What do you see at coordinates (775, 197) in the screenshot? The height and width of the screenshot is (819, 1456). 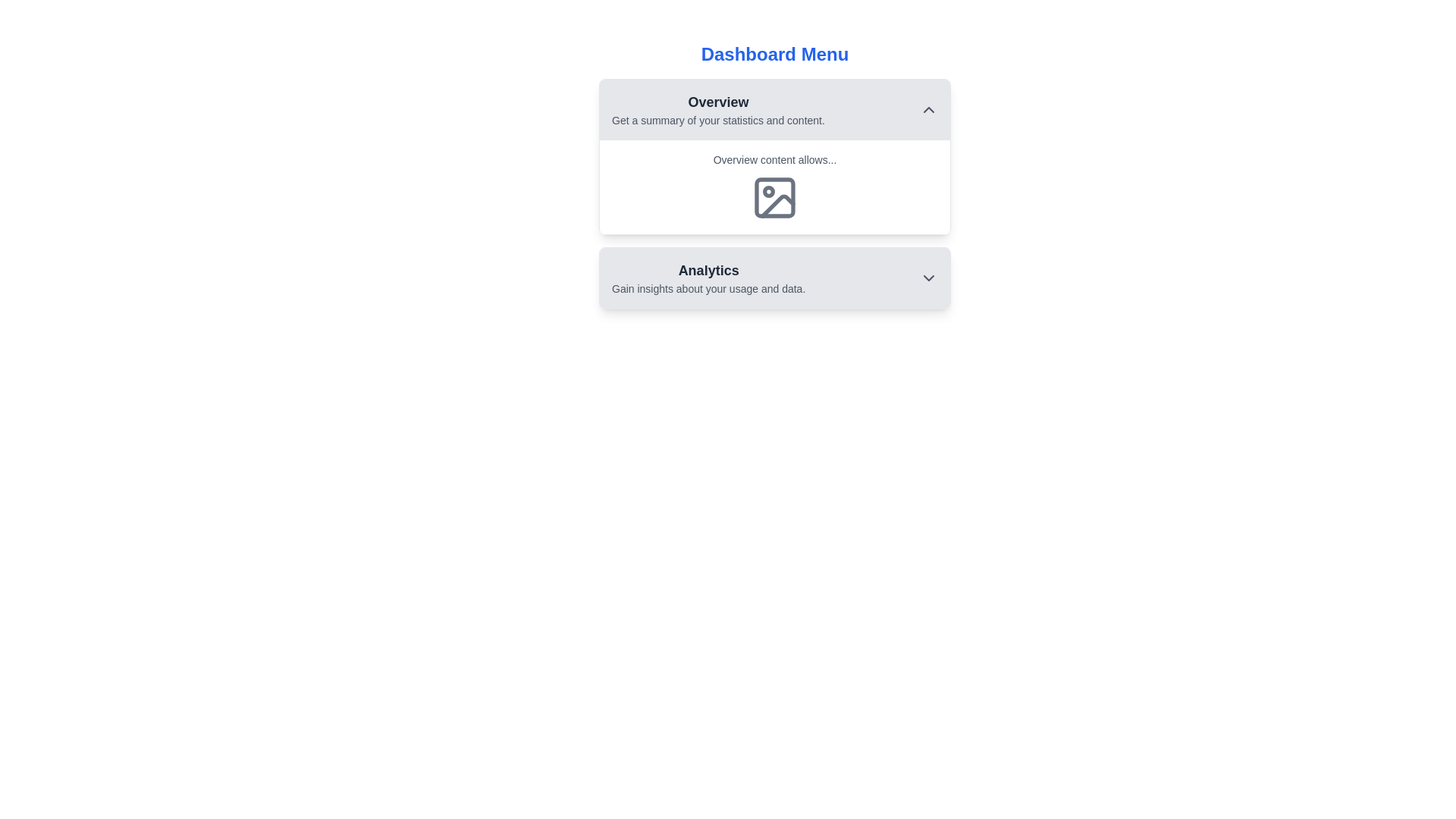 I see `the Rounded Rectangle SVG component representing an image icon, located centrally within the second section of the 'Overview' card in the 'Dashboard Menu'` at bounding box center [775, 197].